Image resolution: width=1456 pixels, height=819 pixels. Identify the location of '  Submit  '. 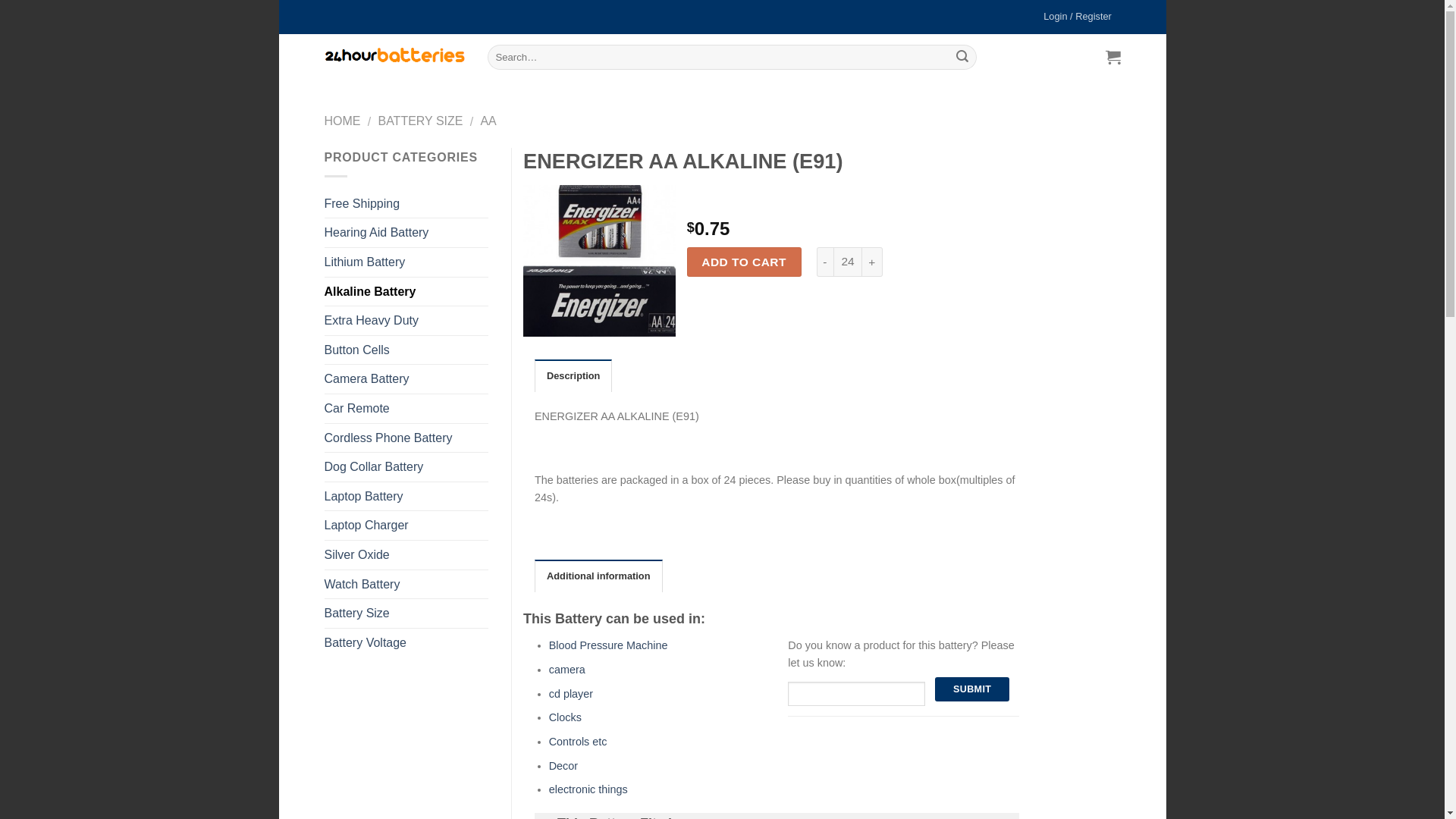
(971, 689).